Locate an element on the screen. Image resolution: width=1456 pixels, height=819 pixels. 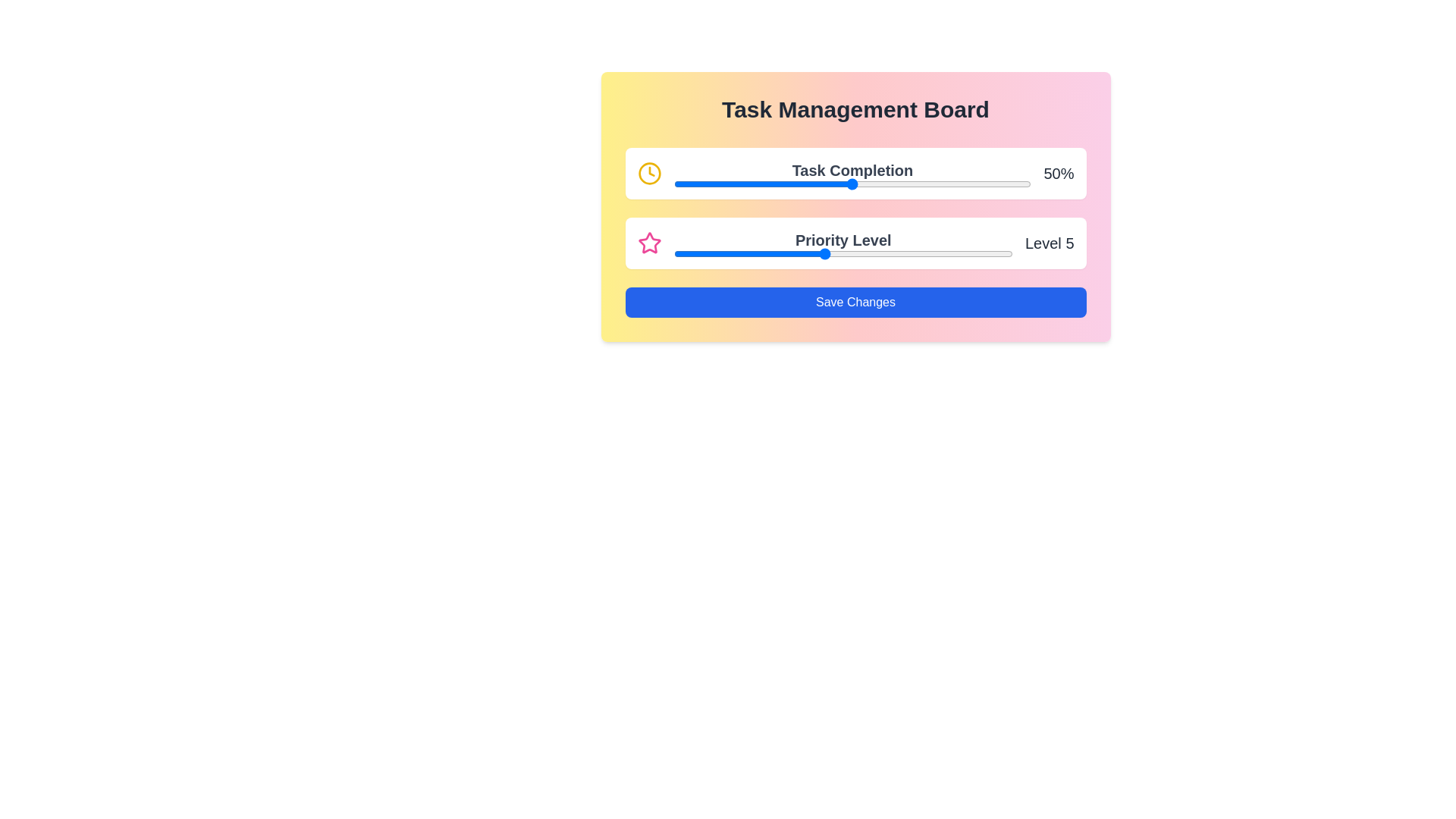
the task completion slider is located at coordinates (691, 184).